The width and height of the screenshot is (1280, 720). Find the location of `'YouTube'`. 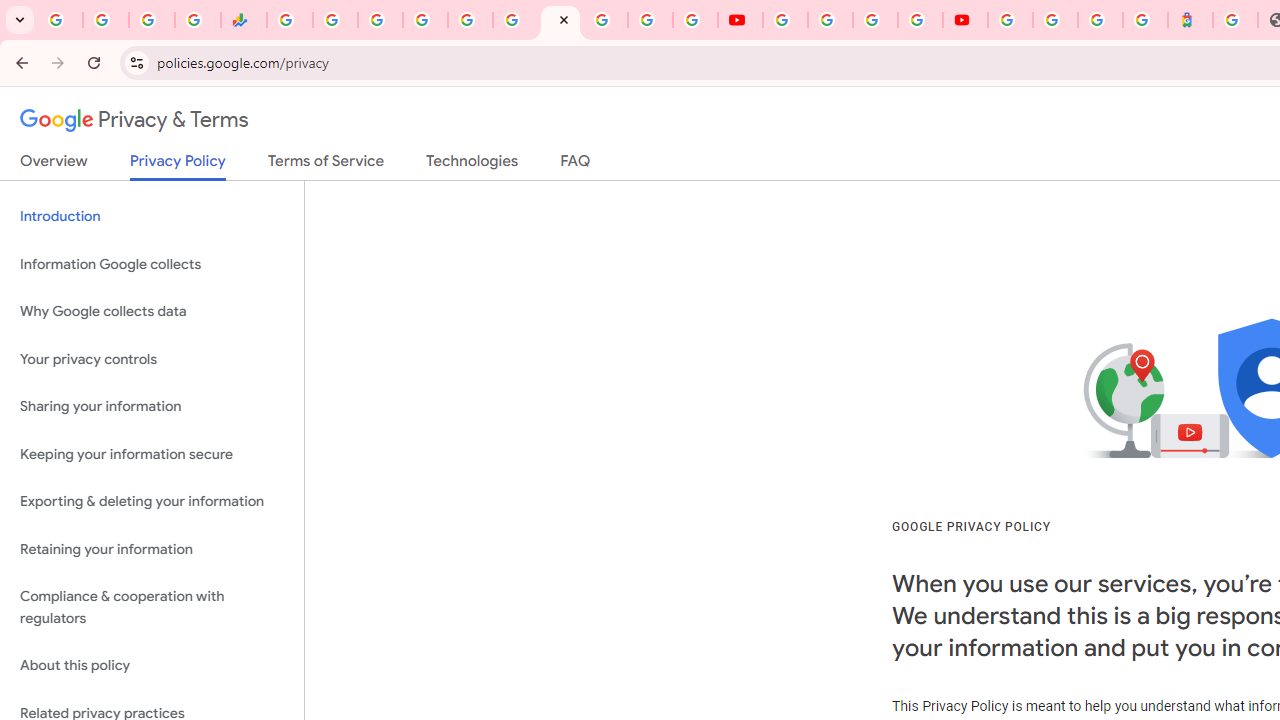

'YouTube' is located at coordinates (784, 20).